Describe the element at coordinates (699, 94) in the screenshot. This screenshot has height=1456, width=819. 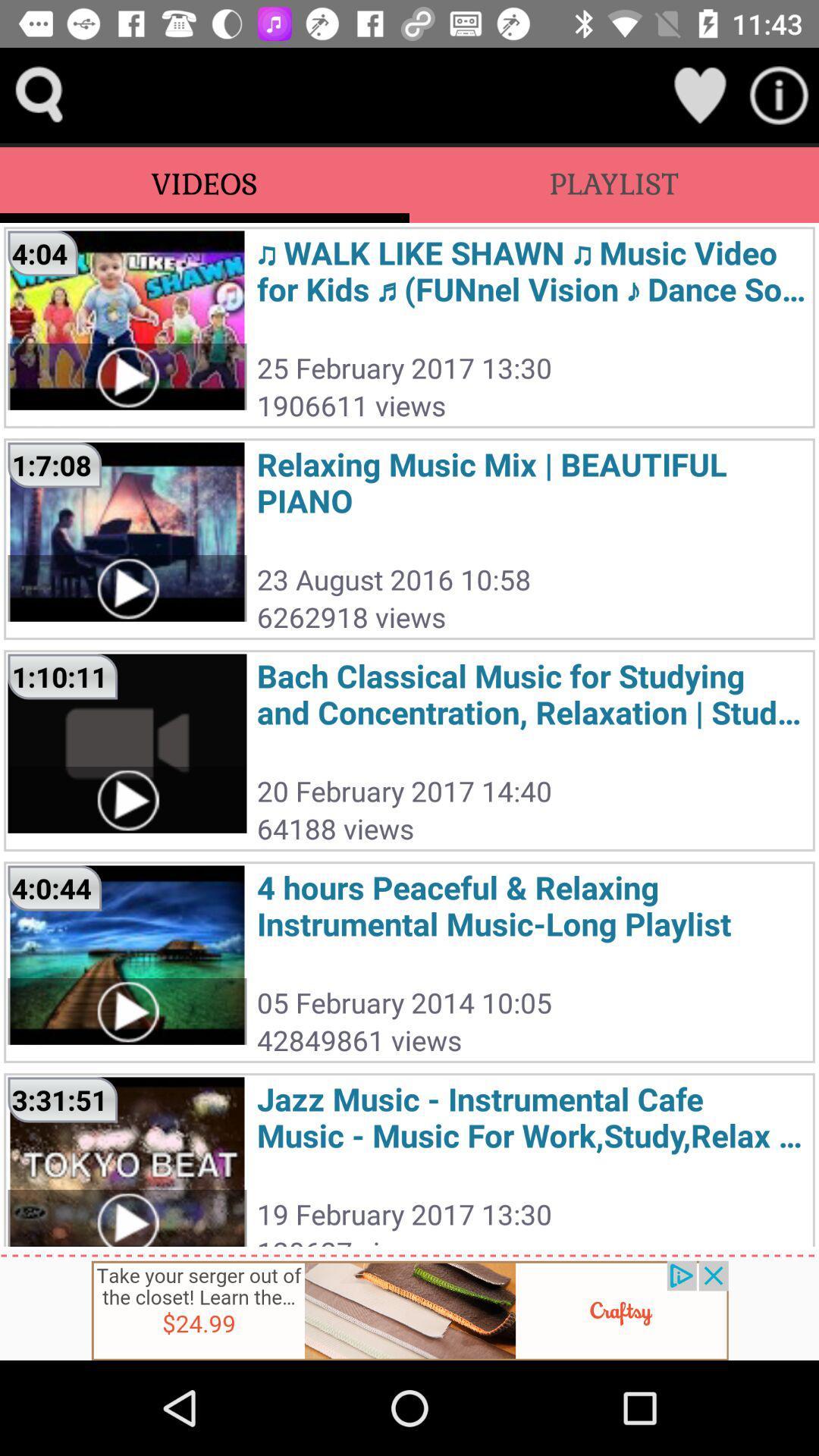
I see `the favorite icon` at that location.